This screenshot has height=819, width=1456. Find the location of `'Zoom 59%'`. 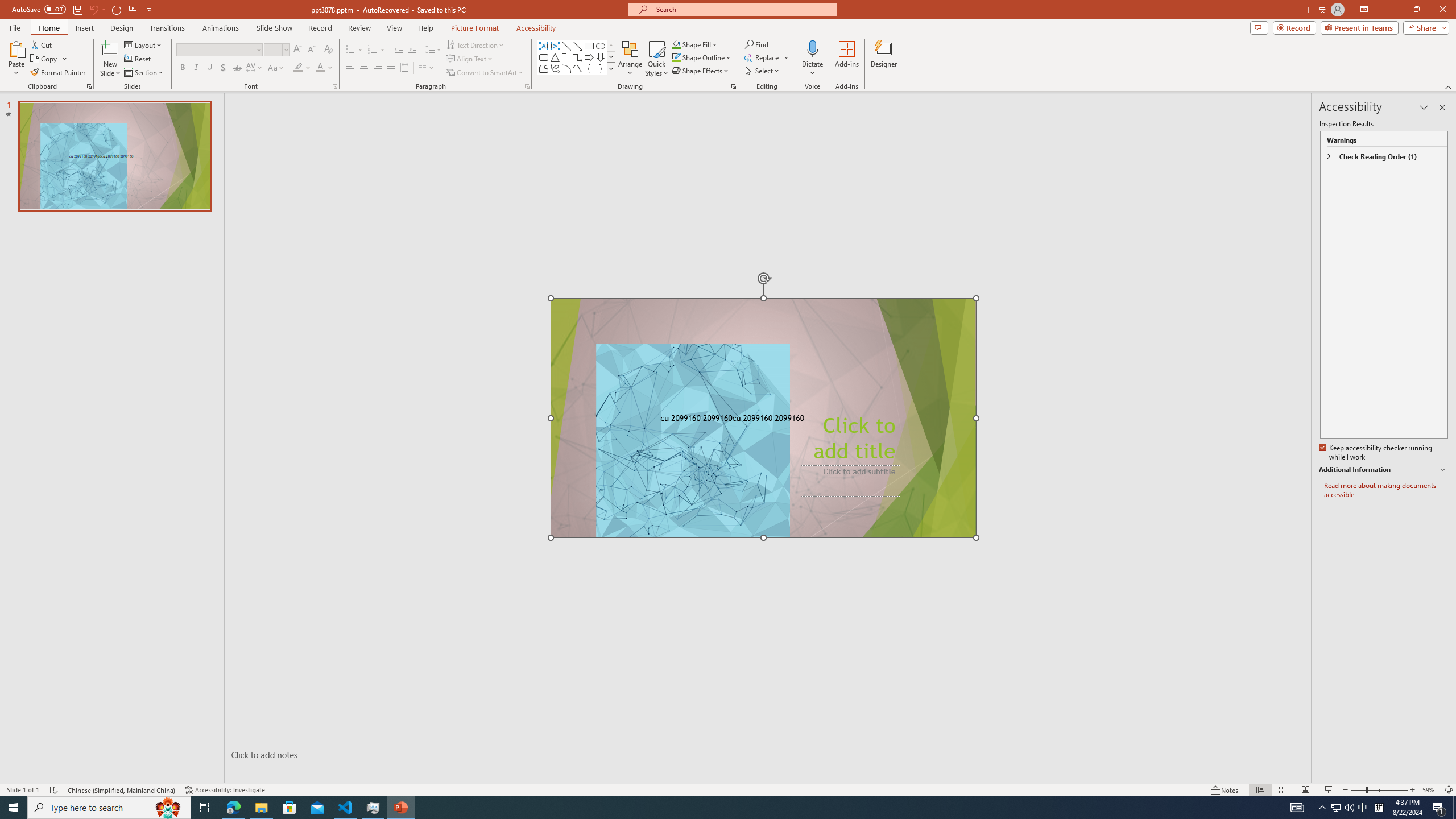

'Zoom 59%' is located at coordinates (1430, 790).